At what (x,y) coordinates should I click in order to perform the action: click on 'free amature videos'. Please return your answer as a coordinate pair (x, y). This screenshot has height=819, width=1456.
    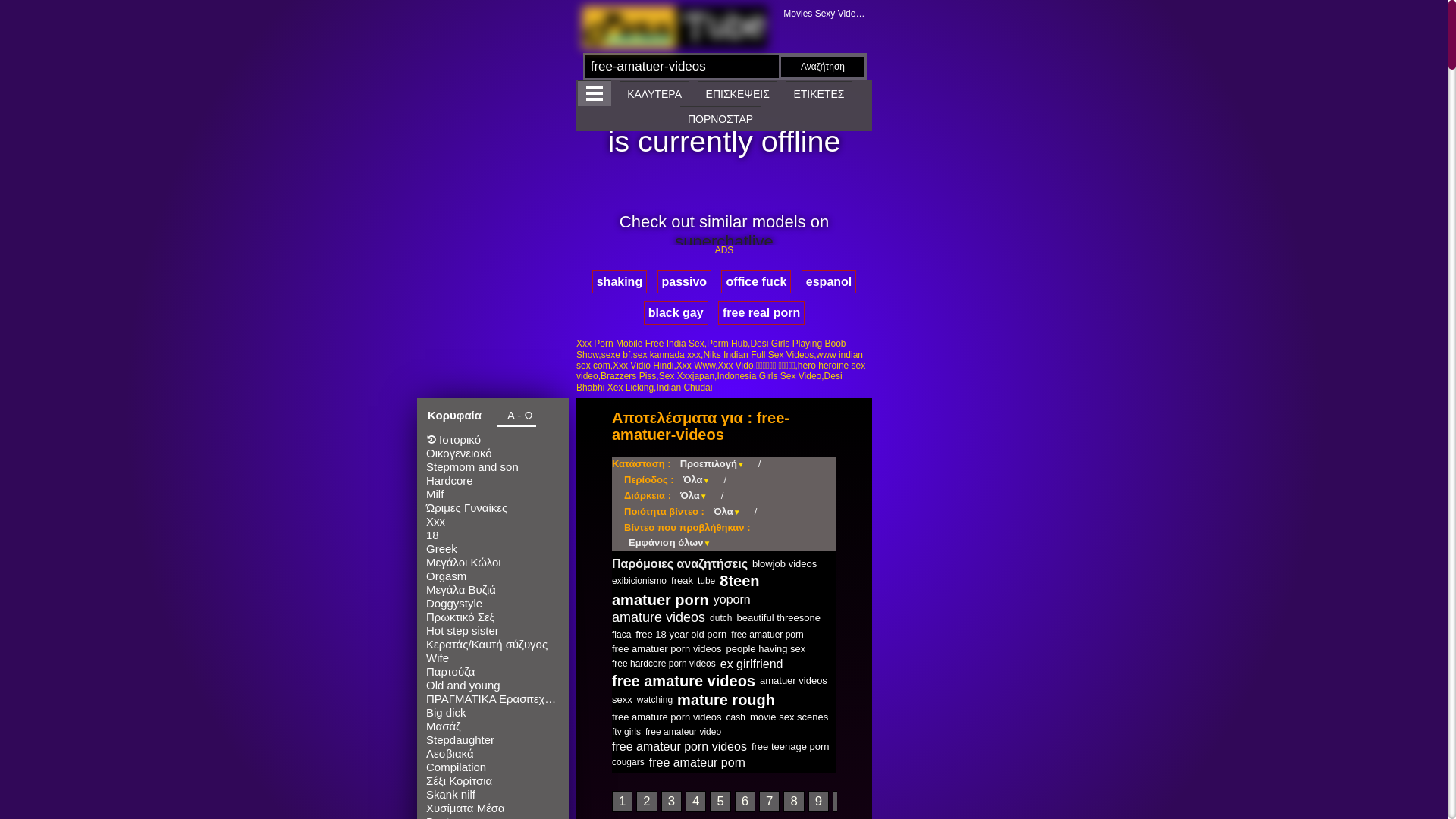
    Looking at the image, I should click on (682, 680).